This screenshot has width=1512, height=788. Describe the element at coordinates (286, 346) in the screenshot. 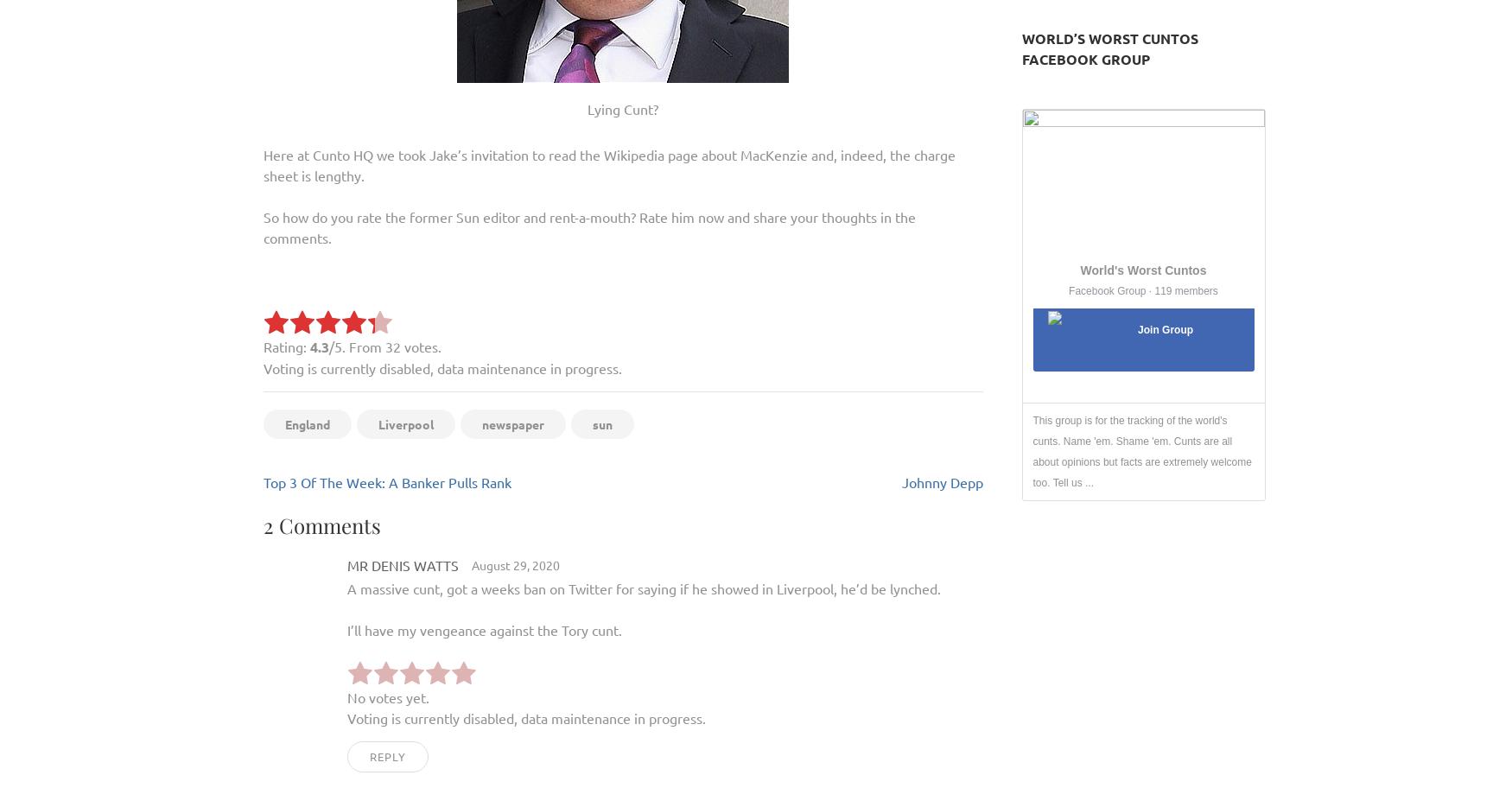

I see `'Rating:'` at that location.